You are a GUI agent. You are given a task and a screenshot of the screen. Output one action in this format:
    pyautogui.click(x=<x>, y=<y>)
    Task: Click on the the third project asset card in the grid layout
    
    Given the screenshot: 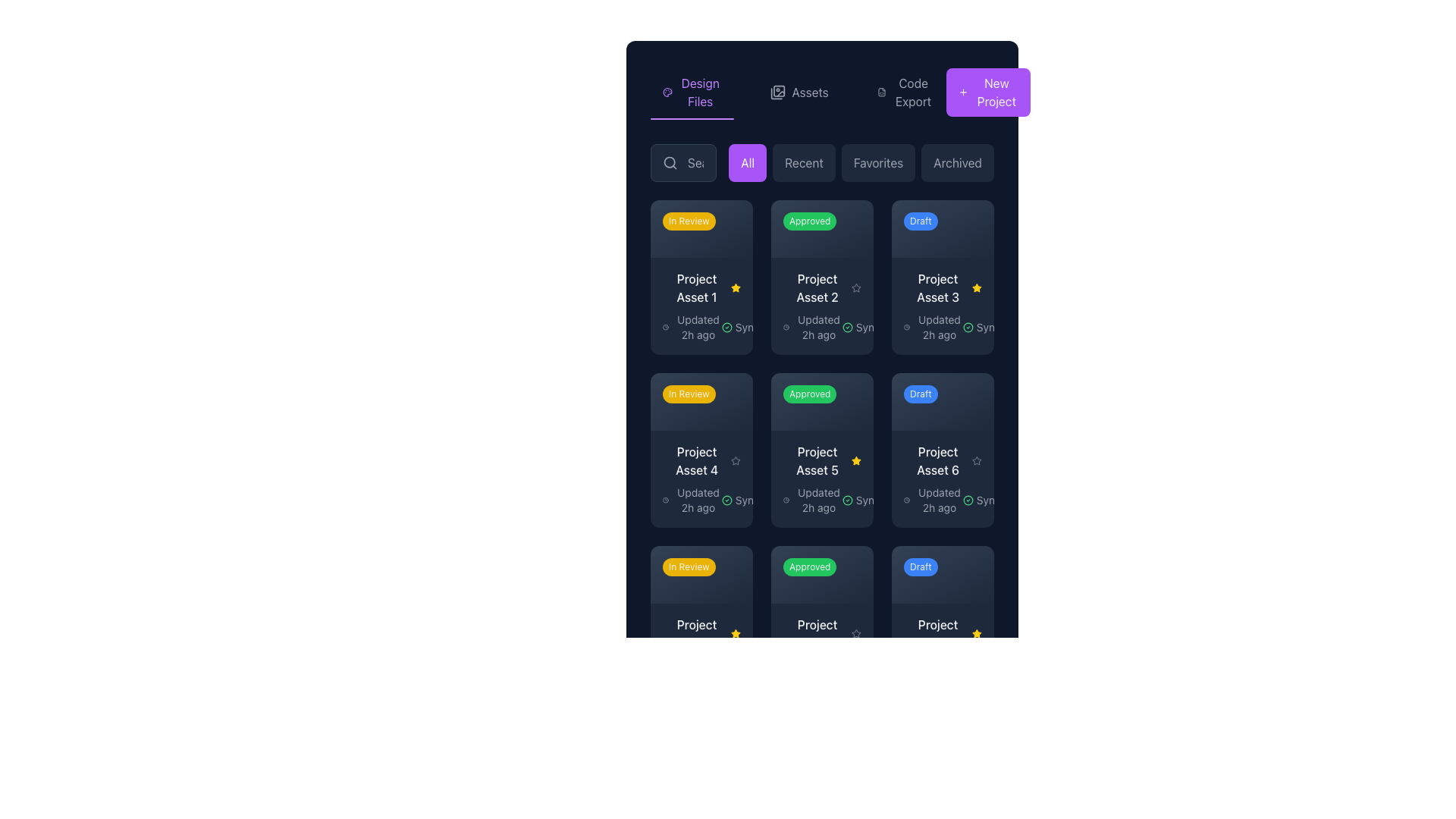 What is the action you would take?
    pyautogui.click(x=942, y=278)
    